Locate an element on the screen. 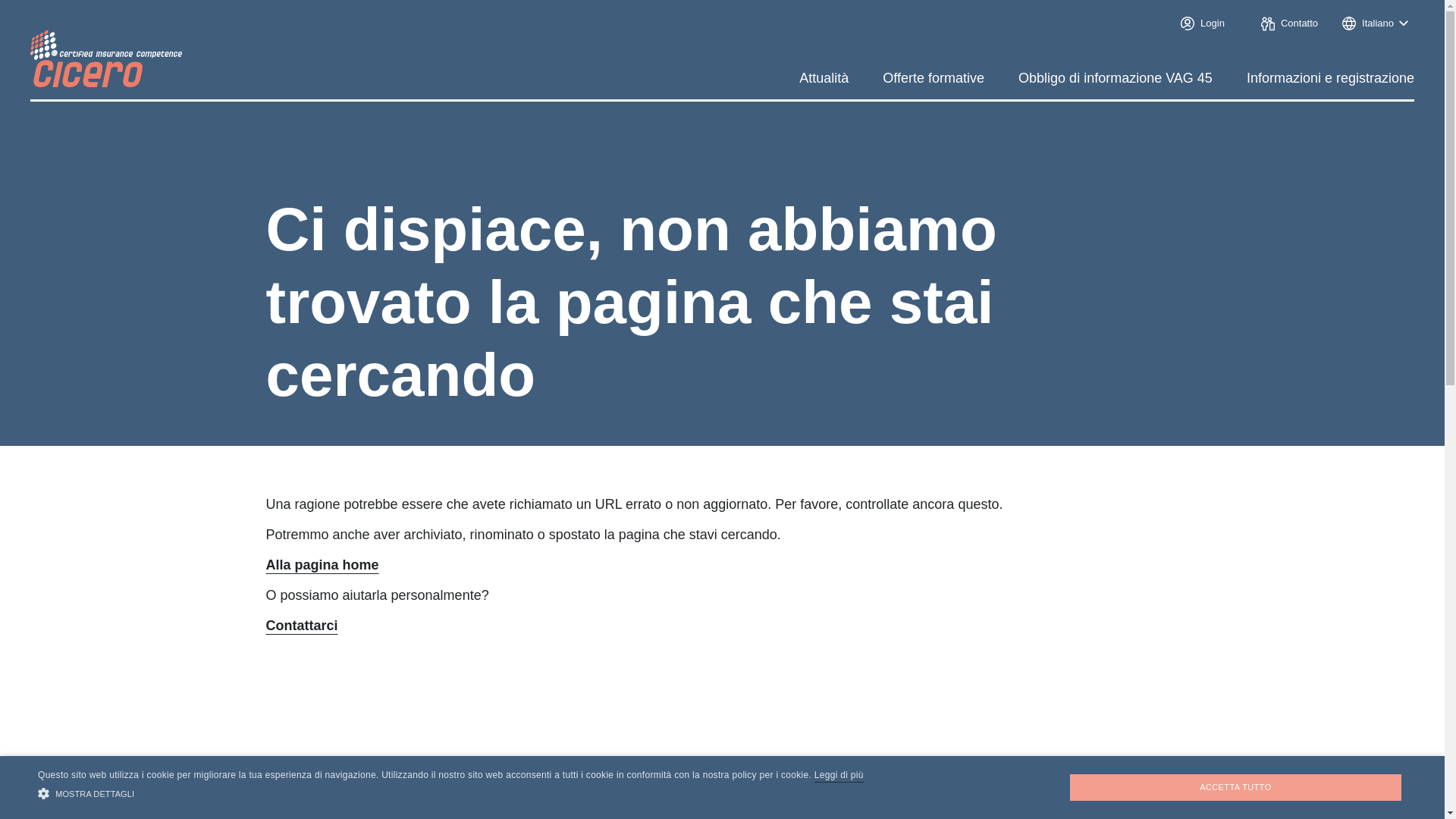  'Obbligo di informazione VAG 45' is located at coordinates (1115, 78).